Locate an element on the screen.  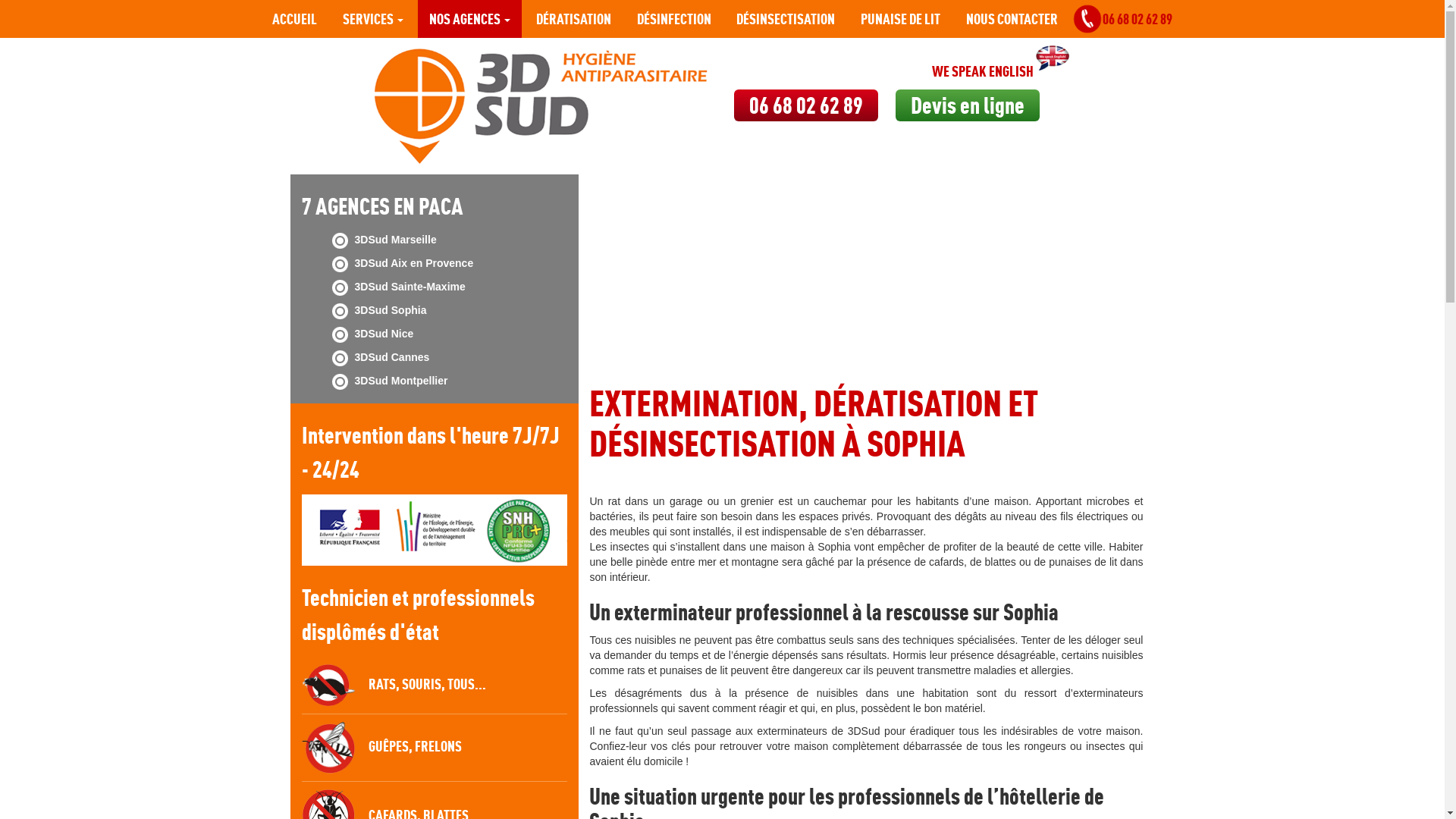
'3DSud Marseille' is located at coordinates (396, 239).